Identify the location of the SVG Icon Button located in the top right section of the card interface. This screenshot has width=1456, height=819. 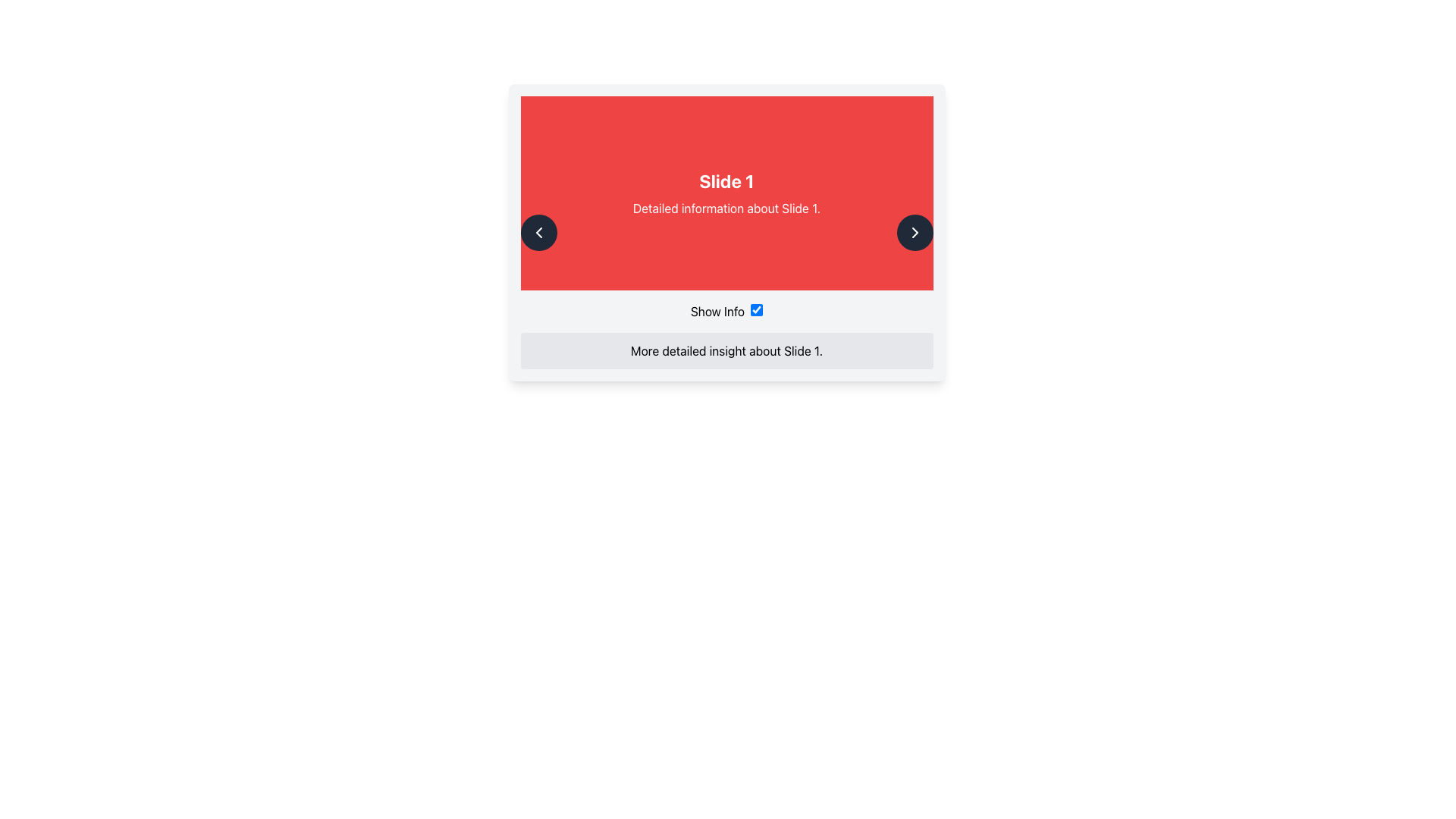
(914, 233).